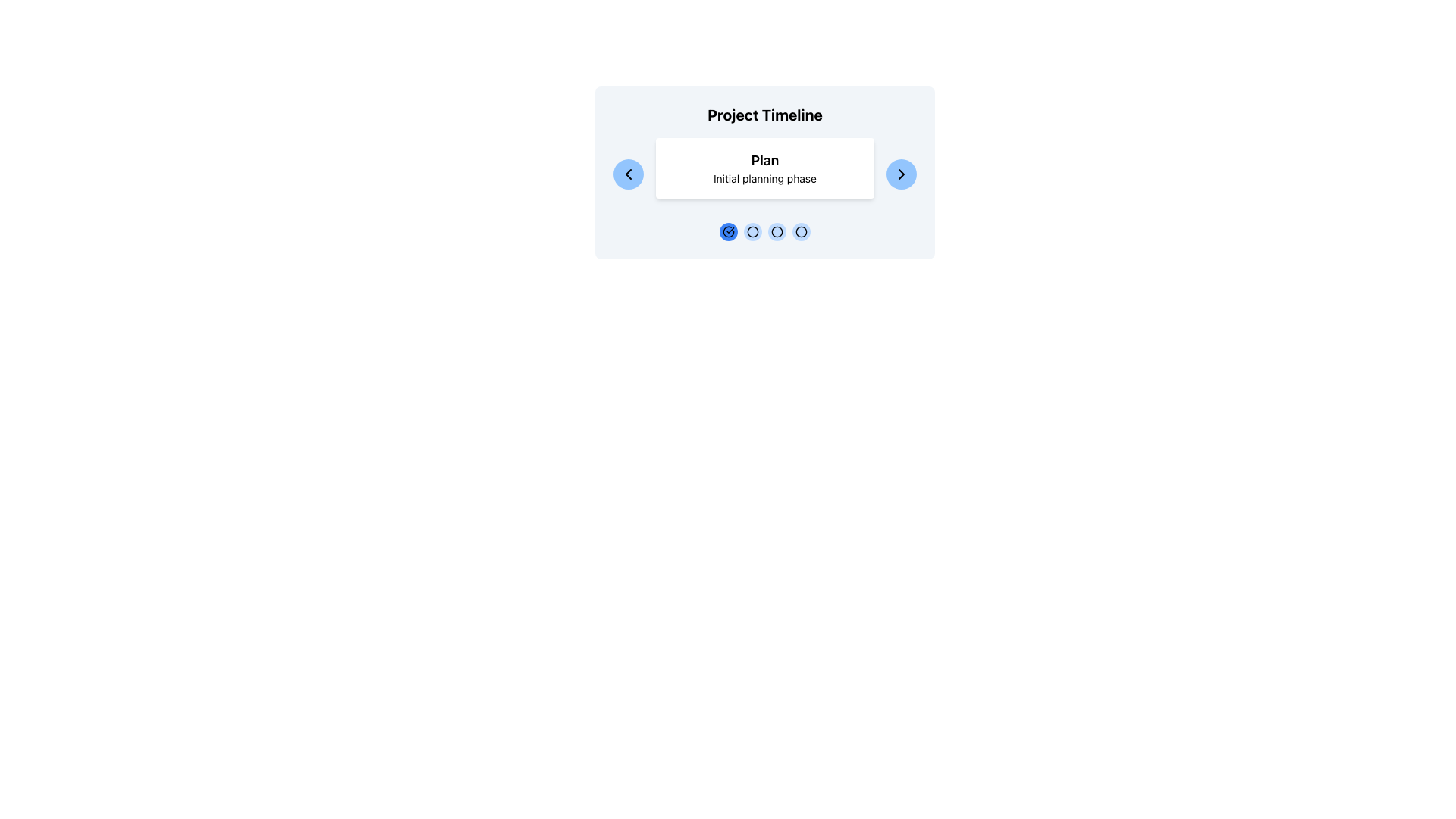 The image size is (1456, 819). I want to click on the circular icon with a check mark inside, which has a blue background and is the first of four step indicators for the 'Project Timeline', so click(728, 231).